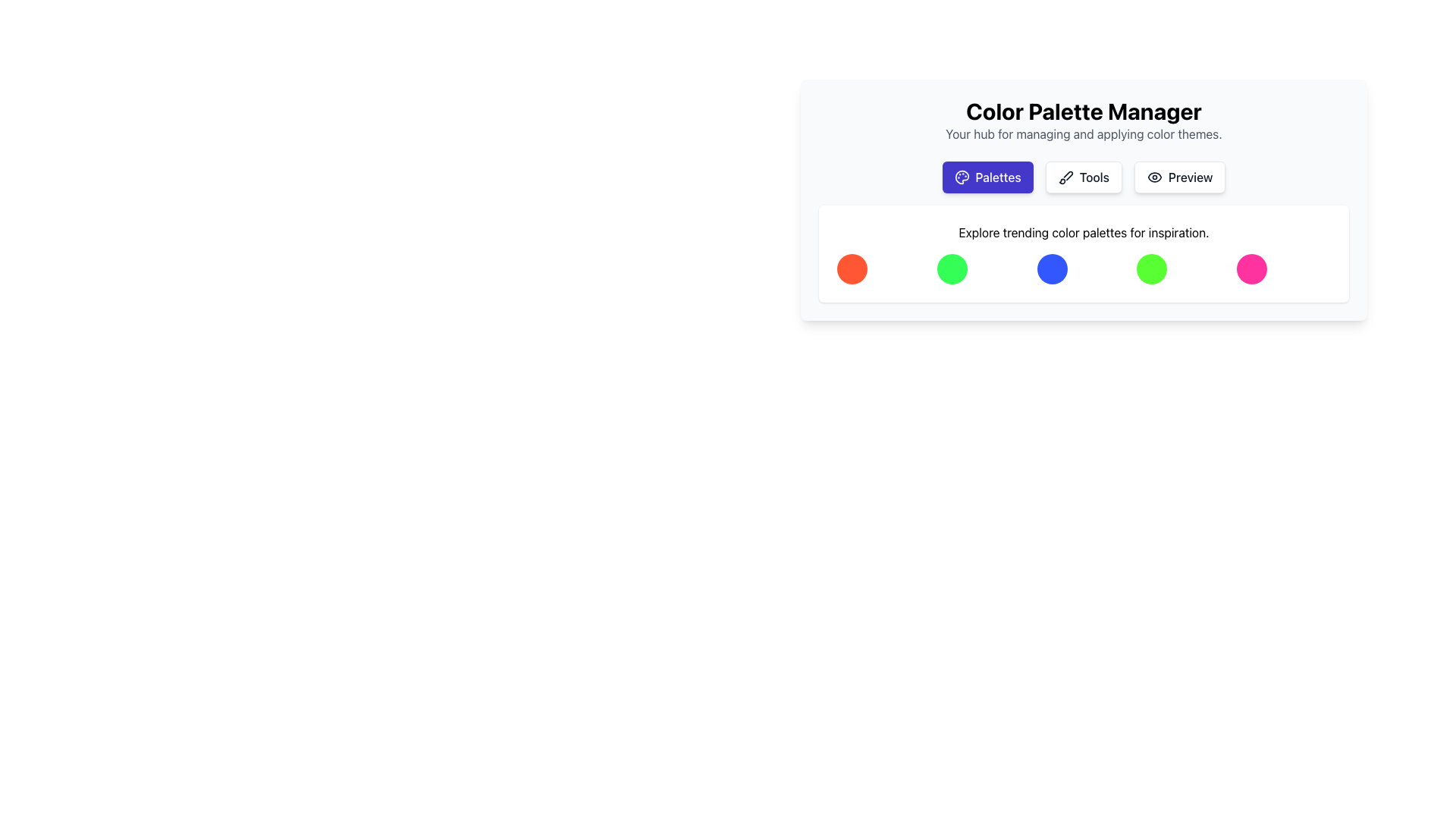 Image resolution: width=1456 pixels, height=819 pixels. Describe the element at coordinates (1083, 133) in the screenshot. I see `the static text element that serves as a descriptive subtitle for the 'Color Palette Manager' section, located immediately below the headline and centered within a light-colored box` at that location.